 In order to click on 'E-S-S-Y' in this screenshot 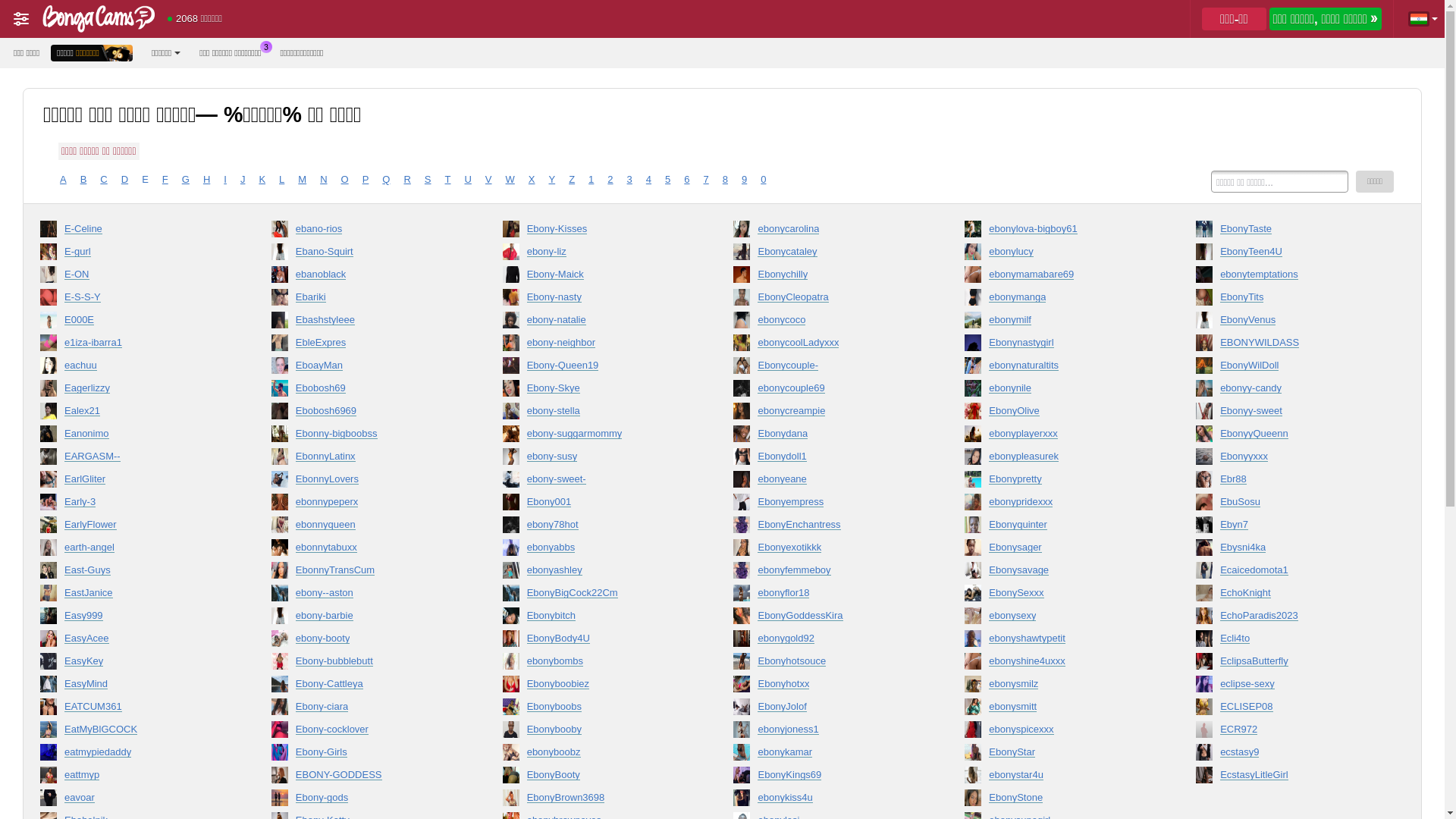, I will do `click(134, 300)`.